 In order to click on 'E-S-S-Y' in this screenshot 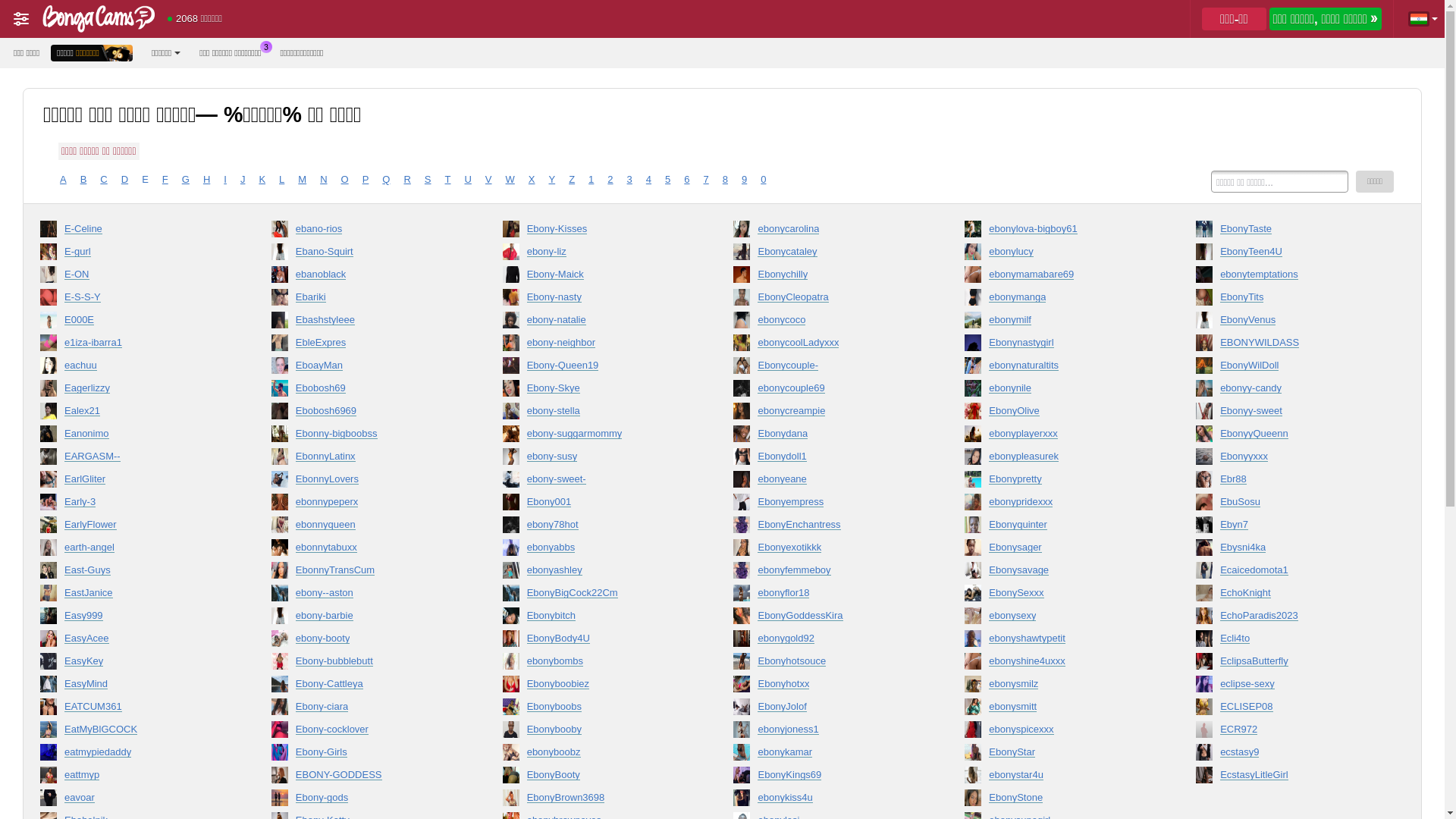, I will do `click(134, 300)`.